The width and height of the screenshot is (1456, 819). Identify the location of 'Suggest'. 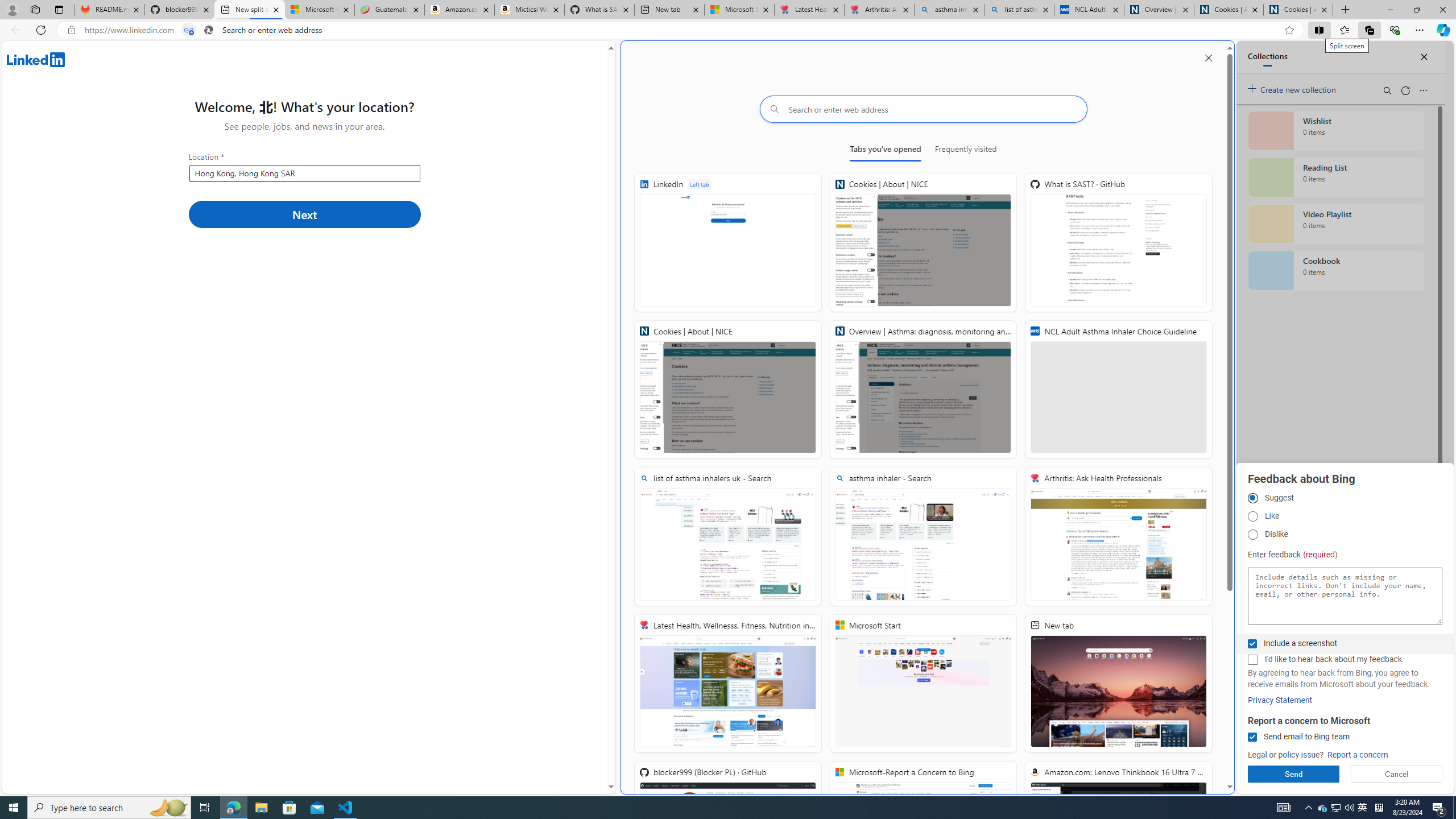
(1252, 498).